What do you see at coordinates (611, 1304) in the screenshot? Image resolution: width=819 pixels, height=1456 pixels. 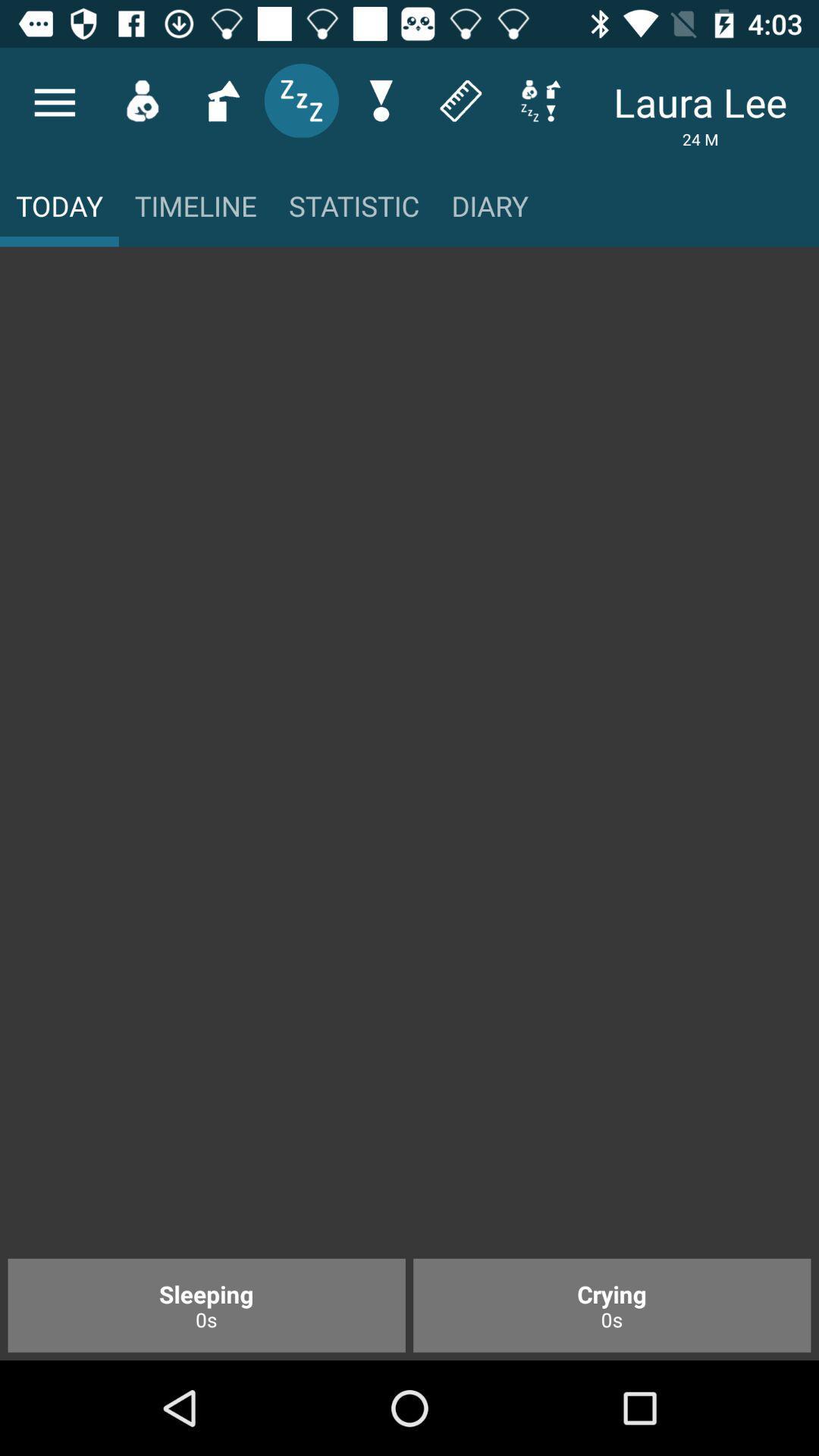 I see `the item next to the sleeping` at bounding box center [611, 1304].